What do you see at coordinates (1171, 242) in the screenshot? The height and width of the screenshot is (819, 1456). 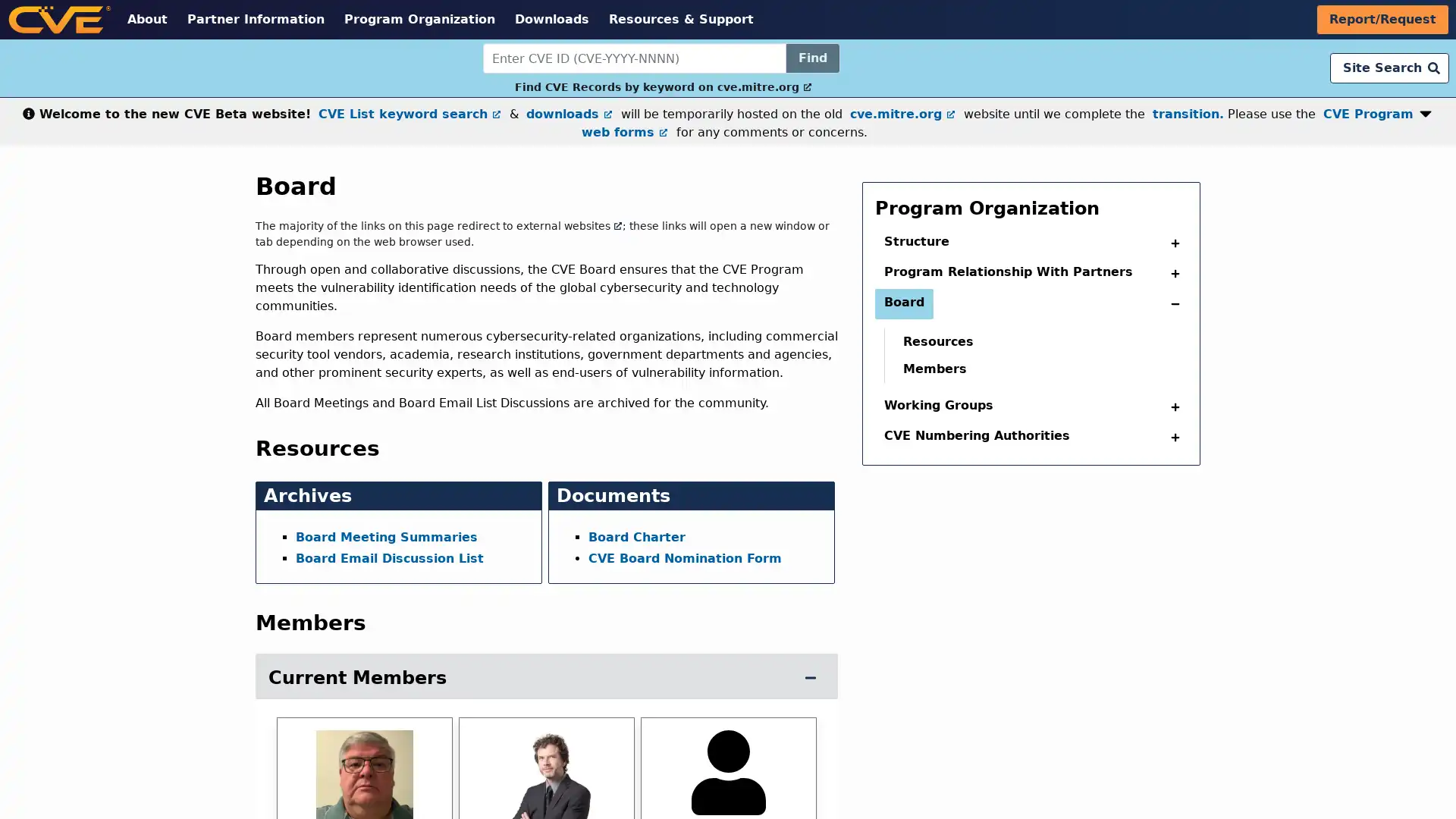 I see `collapse` at bounding box center [1171, 242].